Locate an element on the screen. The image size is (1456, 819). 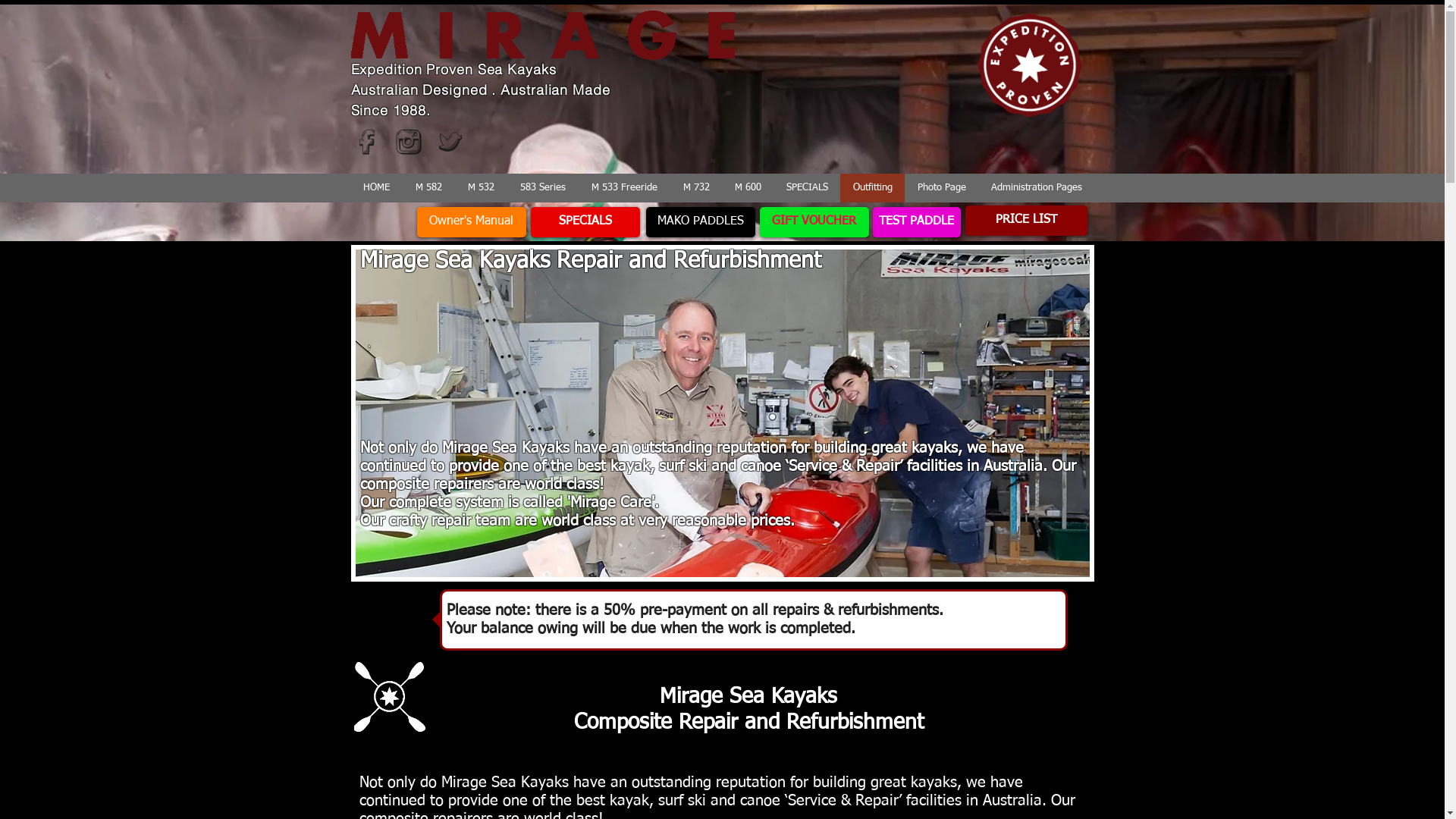
'583 Series' is located at coordinates (542, 187).